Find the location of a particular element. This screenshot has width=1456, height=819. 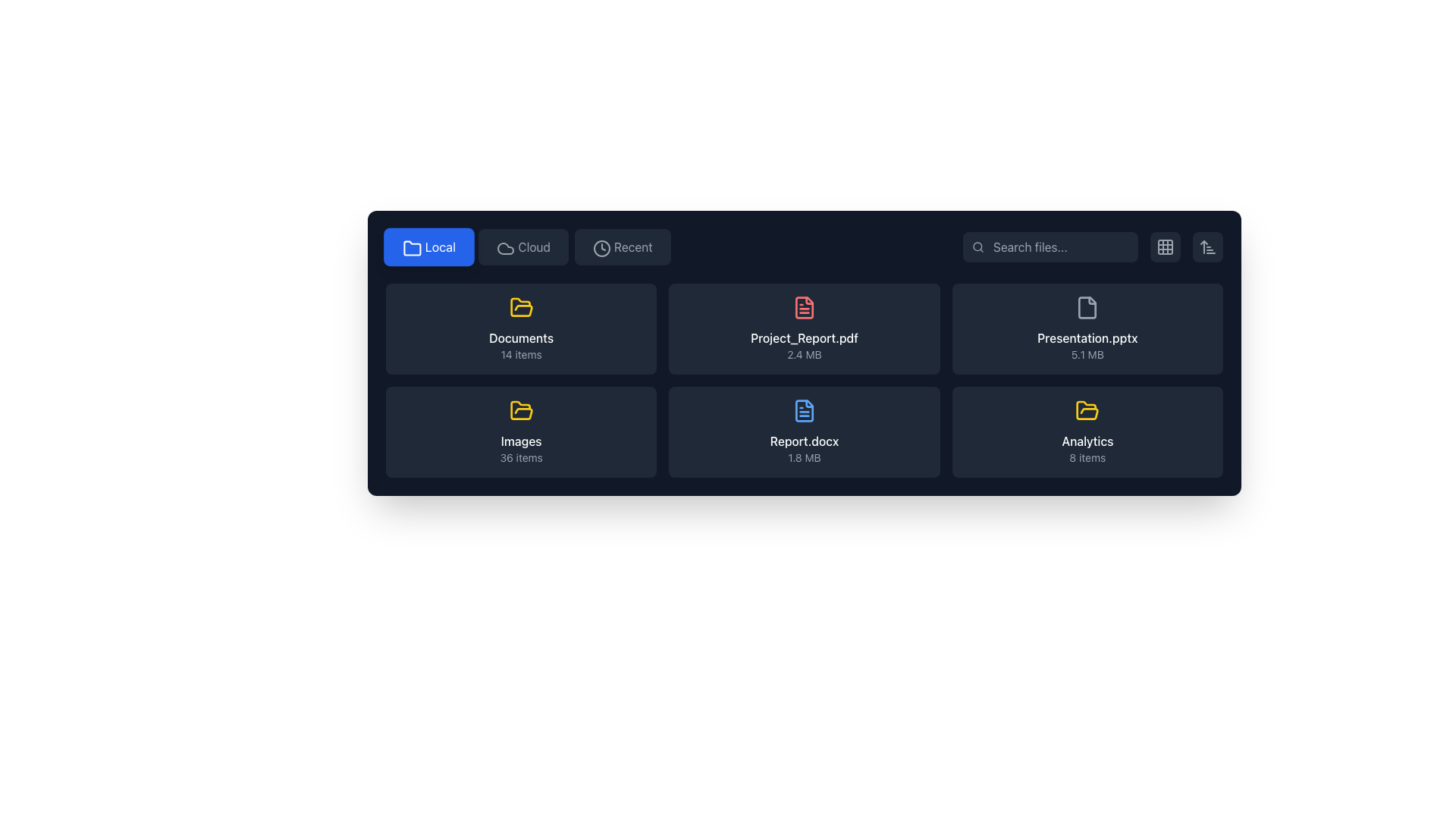

the folder icon located in the first column of the first row within the 'Documents' card, which serves as a visual indicator for related data is located at coordinates (1087, 410).